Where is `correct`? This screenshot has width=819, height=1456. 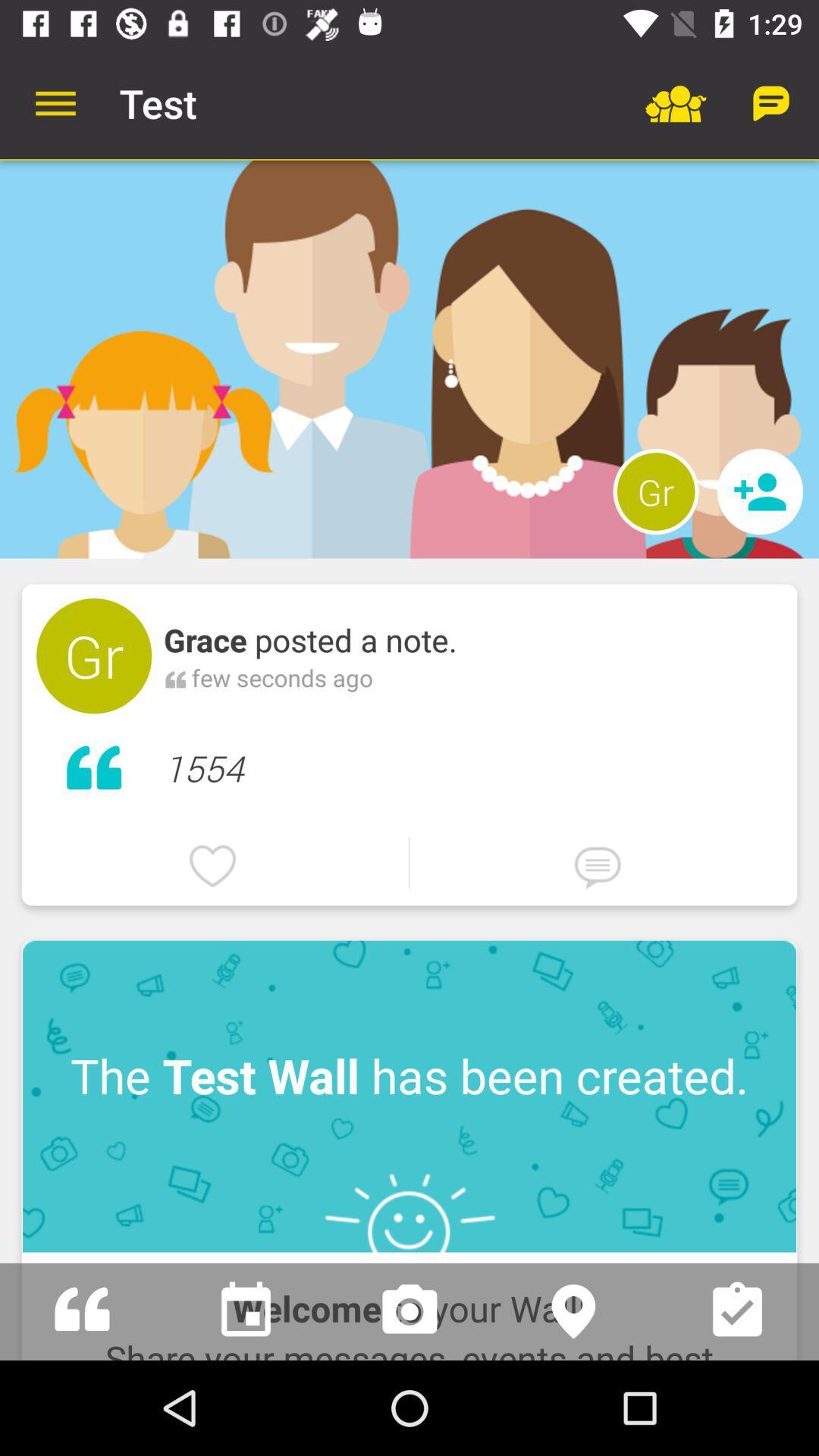
correct is located at coordinates (736, 1310).